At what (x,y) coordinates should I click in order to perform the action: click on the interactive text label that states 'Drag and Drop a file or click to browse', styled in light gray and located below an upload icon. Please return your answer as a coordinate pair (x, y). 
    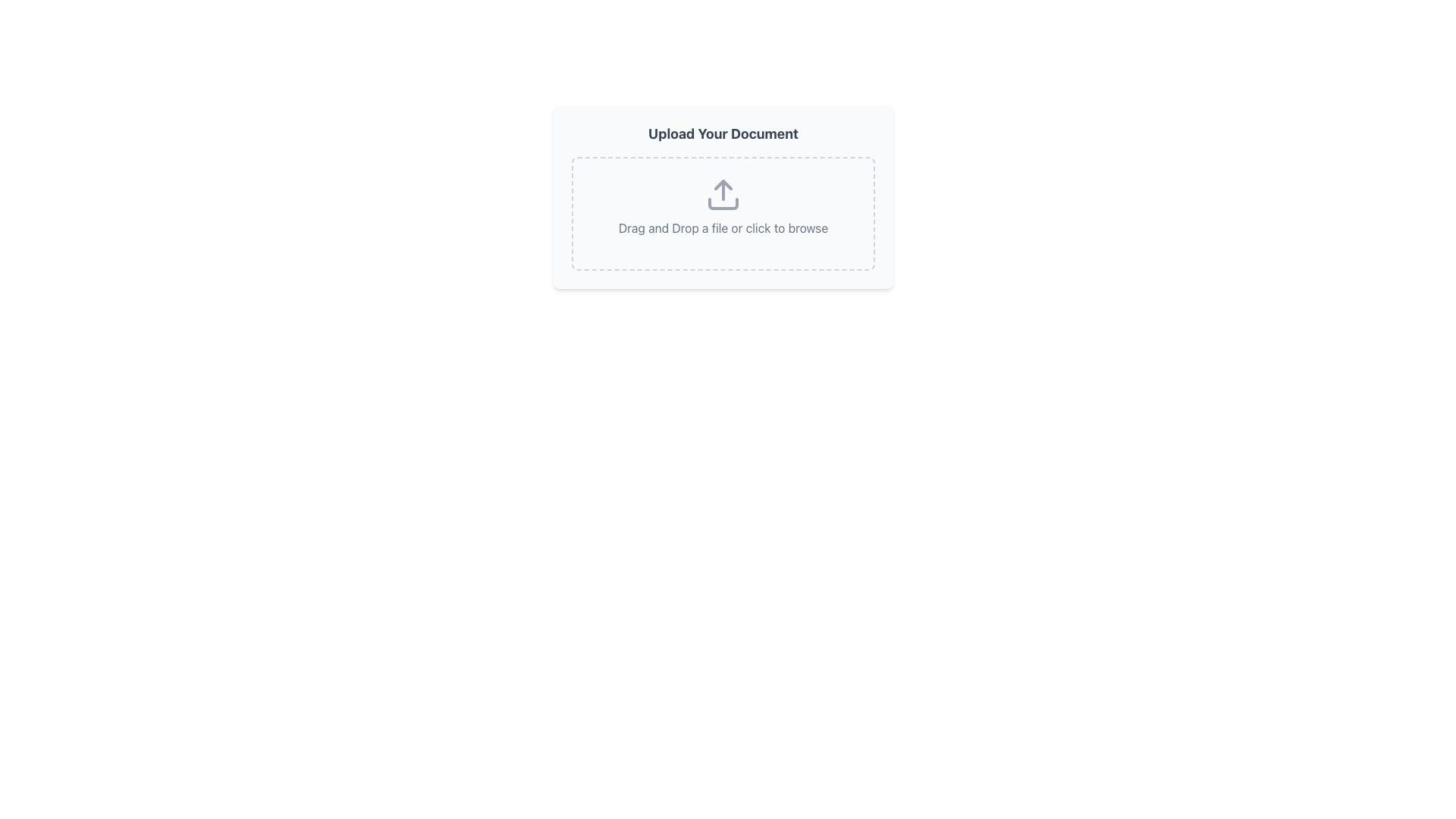
    Looking at the image, I should click on (723, 227).